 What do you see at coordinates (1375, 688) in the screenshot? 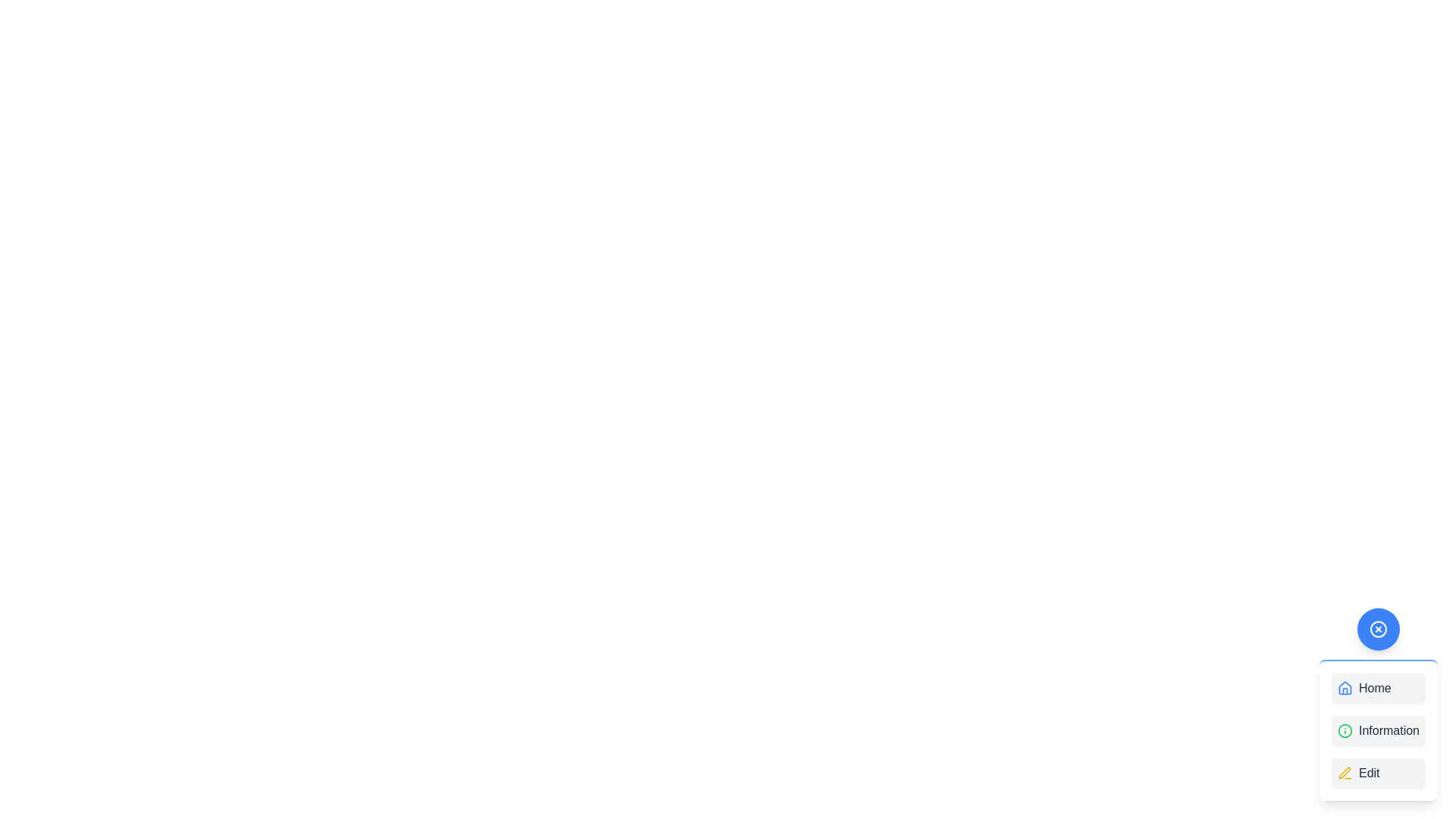
I see `the 'Home' text label in the navigation menu, which is positioned next to a house icon and serves as a label for the first option in a vertical list` at bounding box center [1375, 688].